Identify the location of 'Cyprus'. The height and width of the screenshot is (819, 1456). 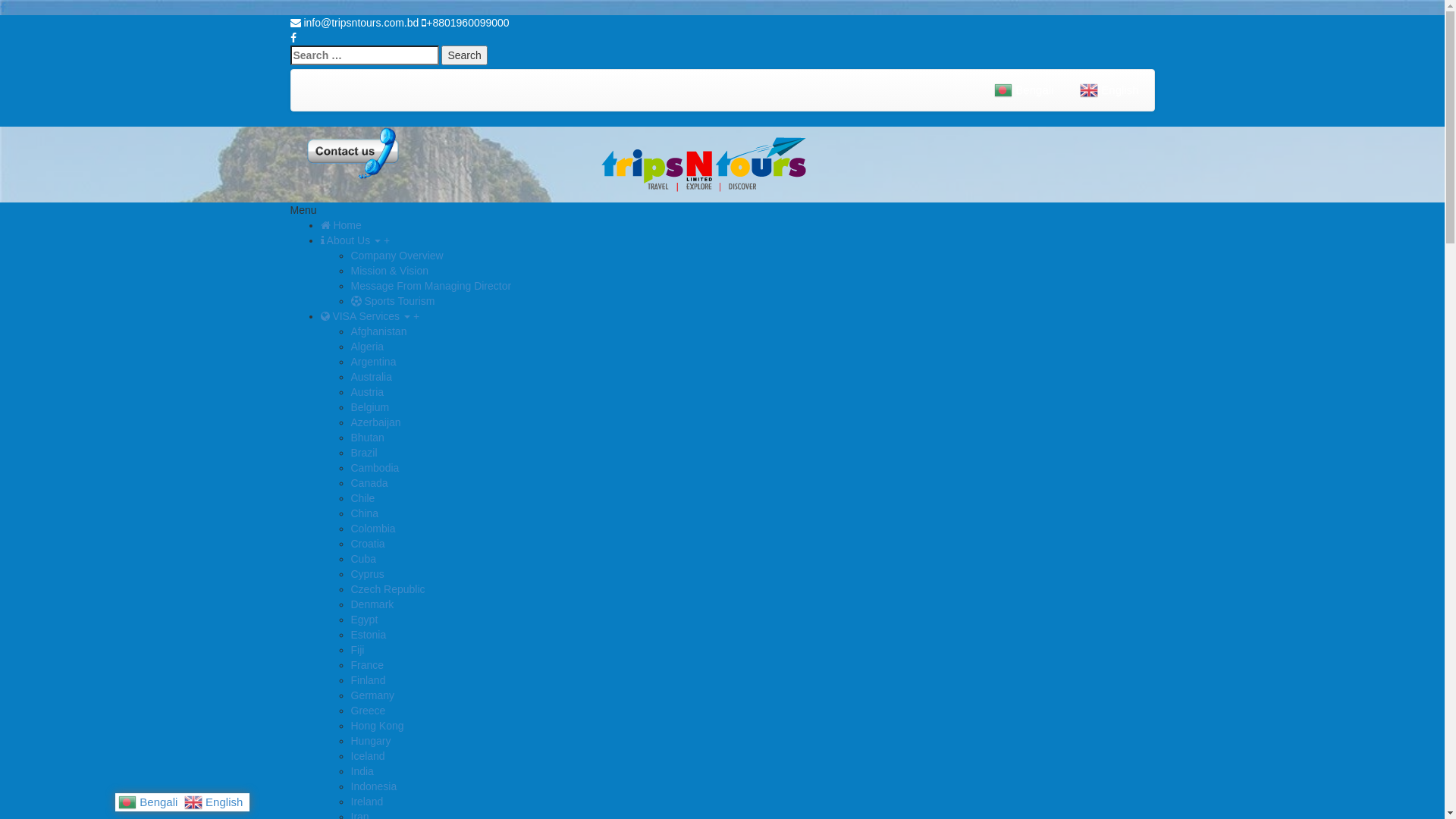
(367, 573).